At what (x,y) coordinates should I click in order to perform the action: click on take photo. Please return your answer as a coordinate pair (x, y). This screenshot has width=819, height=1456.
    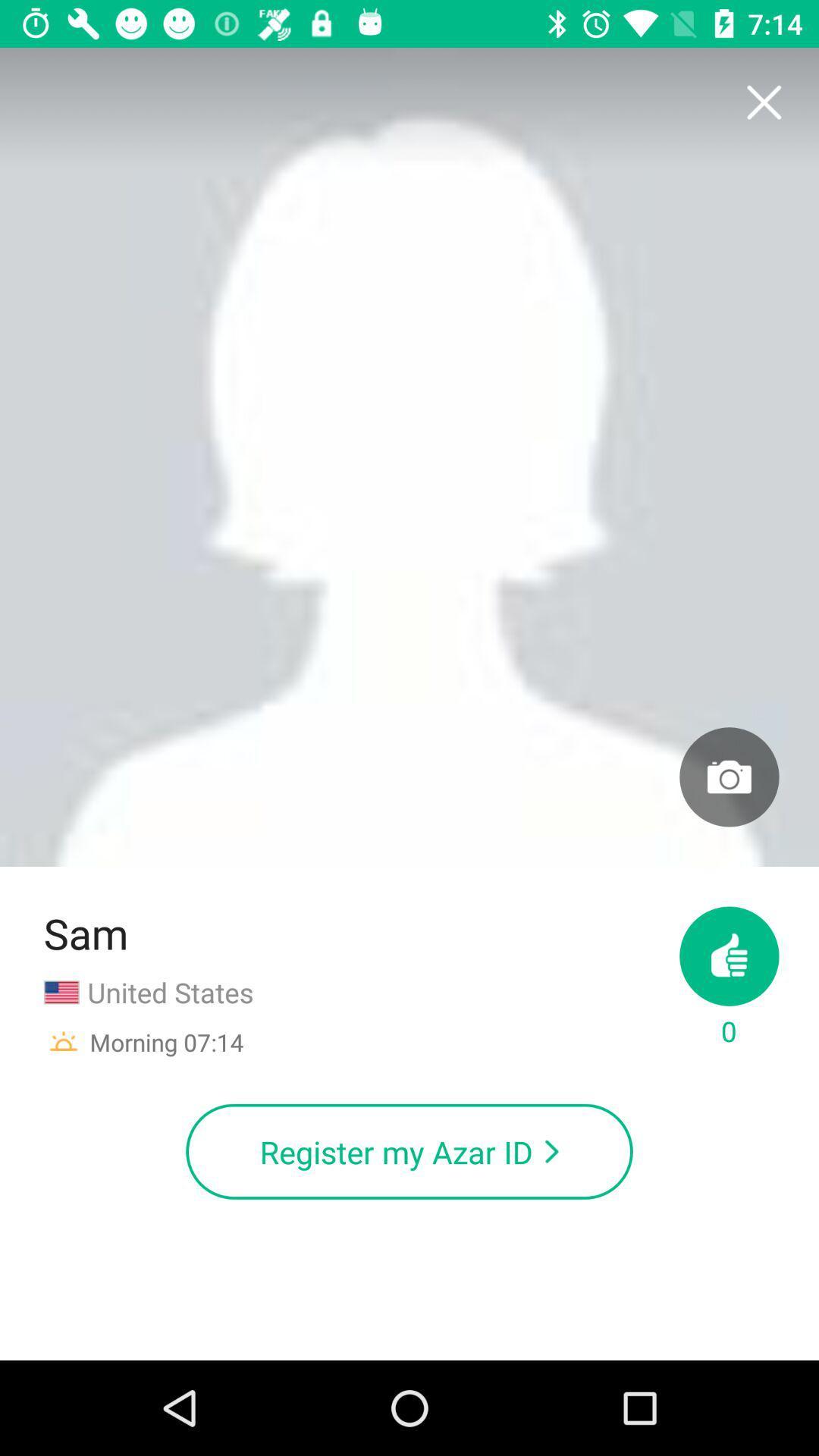
    Looking at the image, I should click on (728, 777).